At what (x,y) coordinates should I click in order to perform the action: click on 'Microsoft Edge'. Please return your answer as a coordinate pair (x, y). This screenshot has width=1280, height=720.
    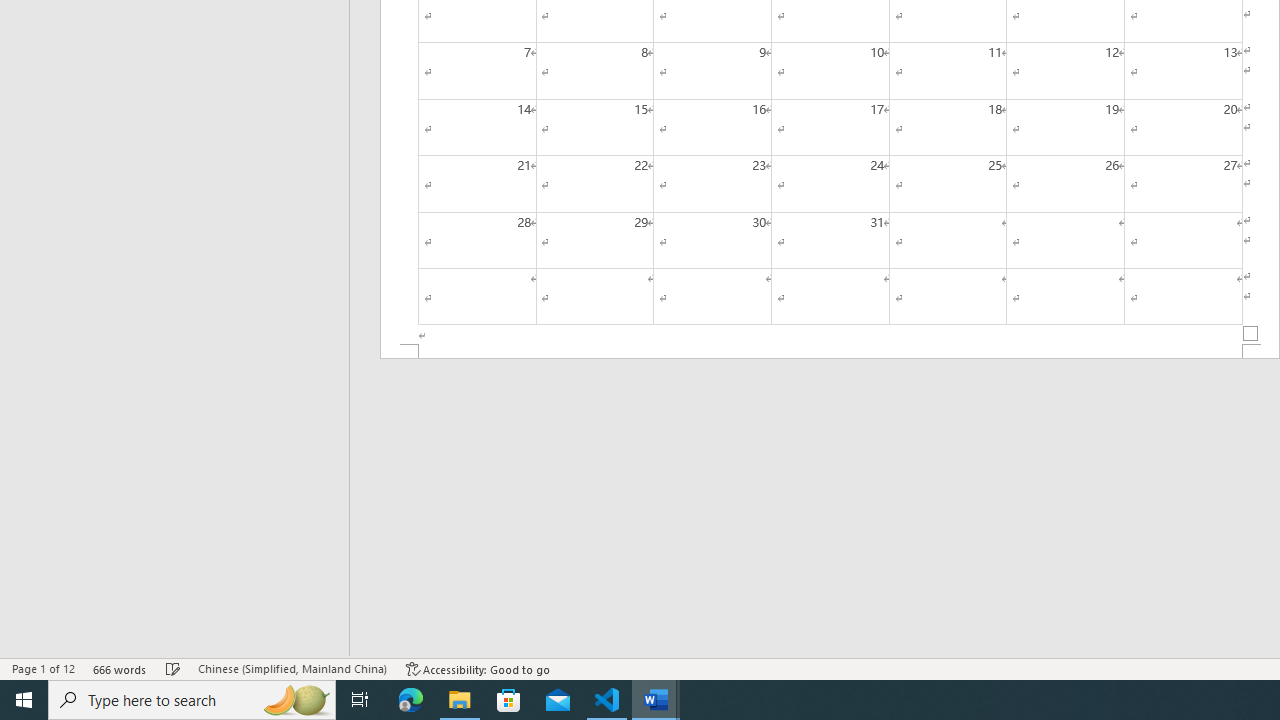
    Looking at the image, I should click on (410, 698).